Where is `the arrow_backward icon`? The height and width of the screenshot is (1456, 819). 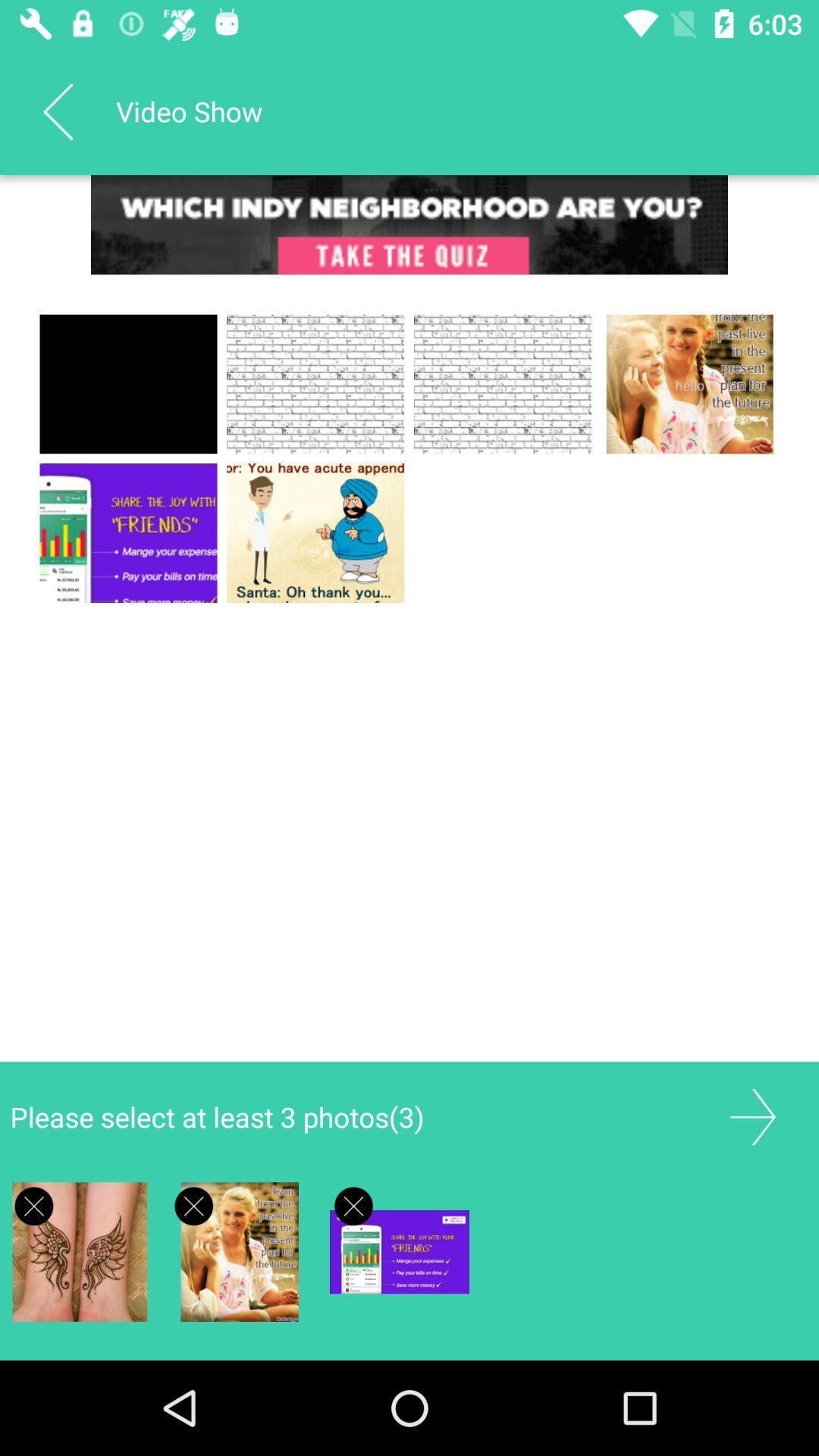
the arrow_backward icon is located at coordinates (57, 111).